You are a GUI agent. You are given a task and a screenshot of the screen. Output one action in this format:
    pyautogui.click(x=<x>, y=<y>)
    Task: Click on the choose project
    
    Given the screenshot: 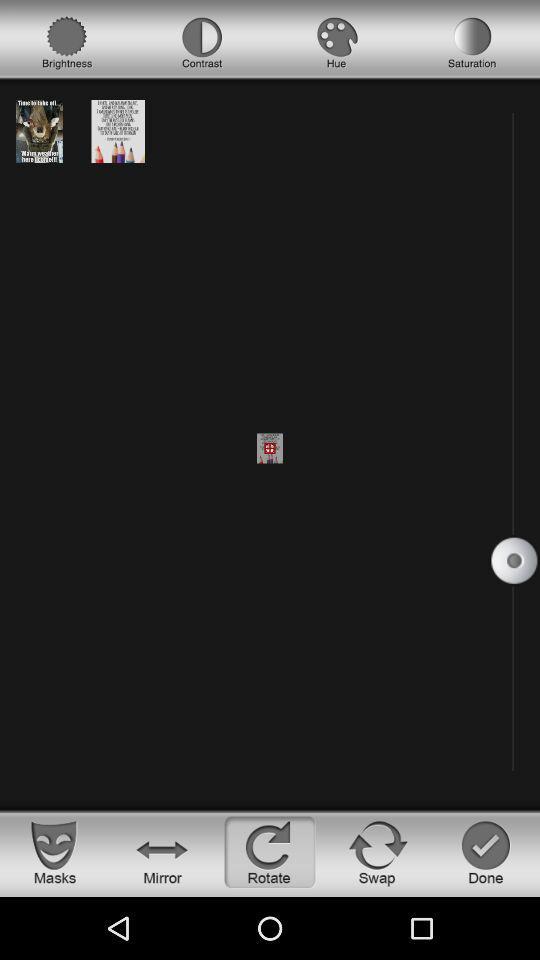 What is the action you would take?
    pyautogui.click(x=39, y=130)
    